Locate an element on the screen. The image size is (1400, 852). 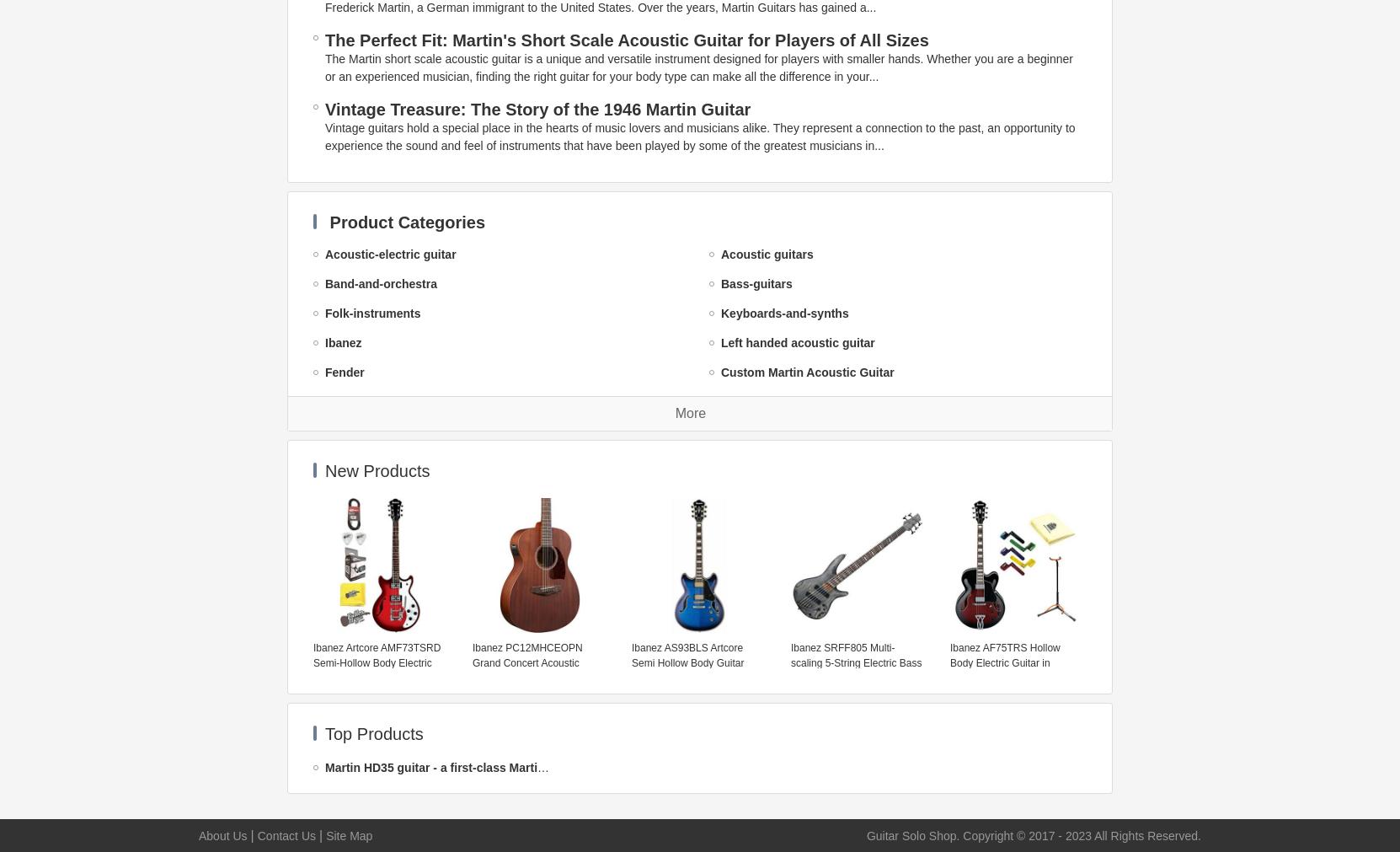
'Electro-Harmonix' is located at coordinates (719, 815).